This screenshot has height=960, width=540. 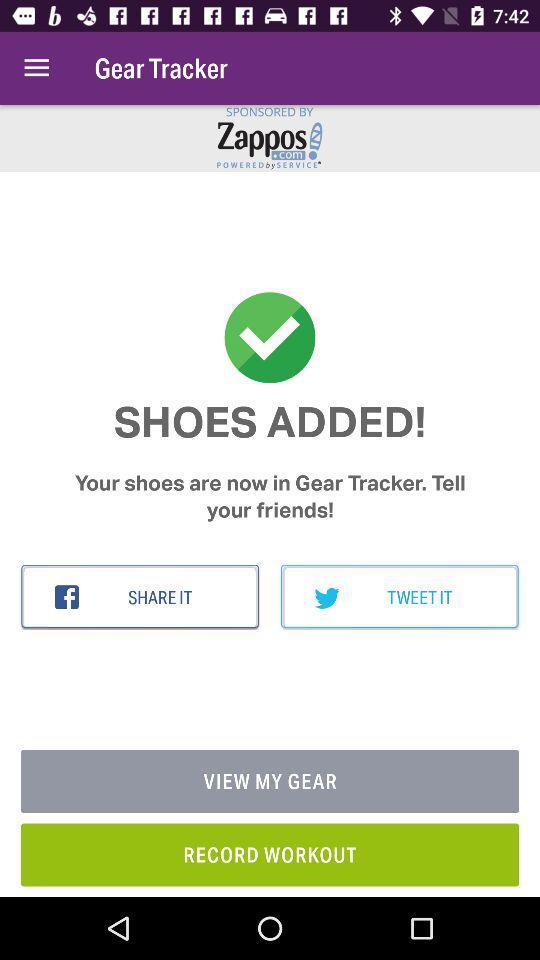 What do you see at coordinates (399, 597) in the screenshot?
I see `item on the right` at bounding box center [399, 597].